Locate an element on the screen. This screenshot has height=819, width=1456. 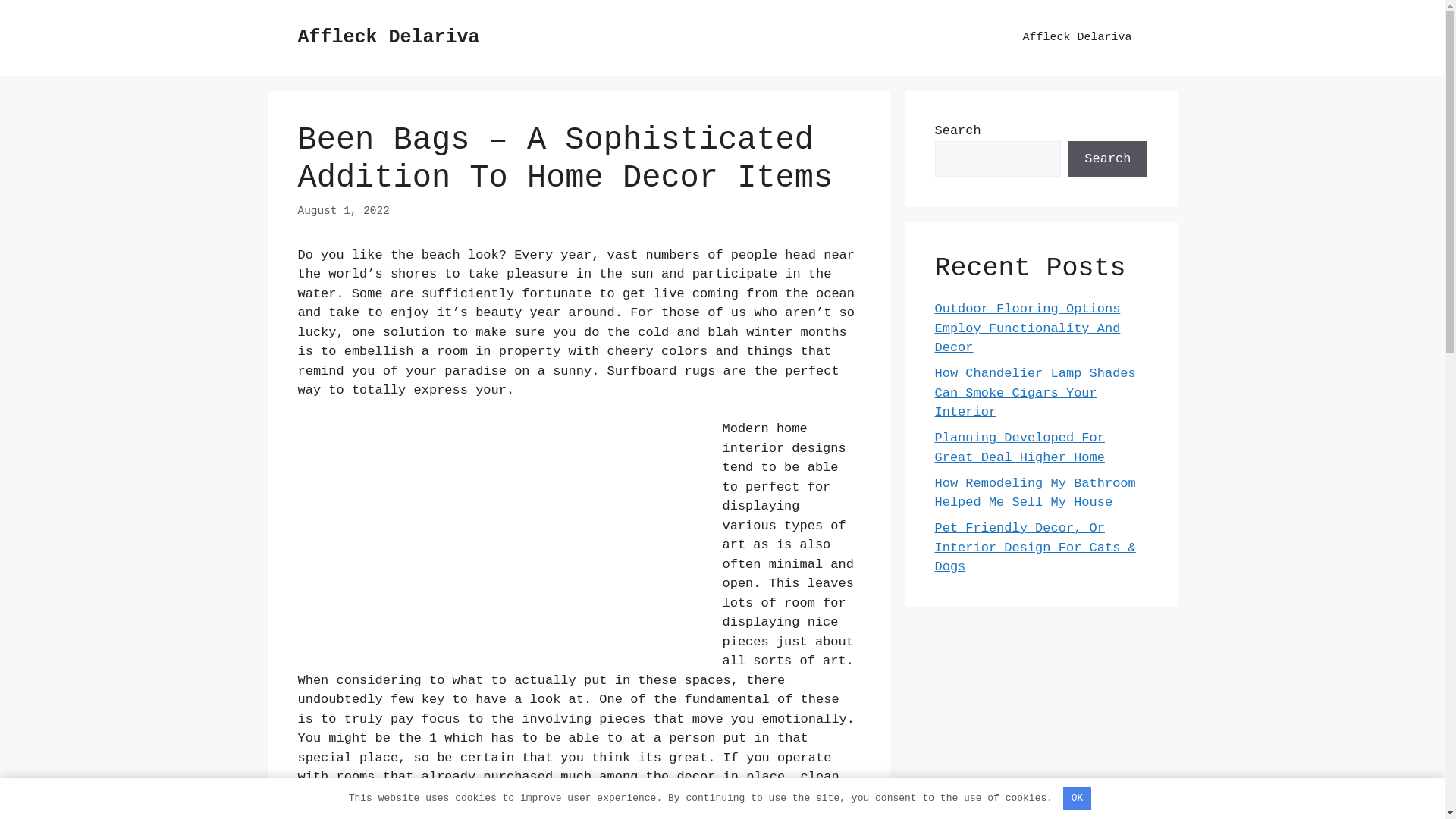
'Outdoor Flooring Options Employ Functionality And Decor' is located at coordinates (1027, 327).